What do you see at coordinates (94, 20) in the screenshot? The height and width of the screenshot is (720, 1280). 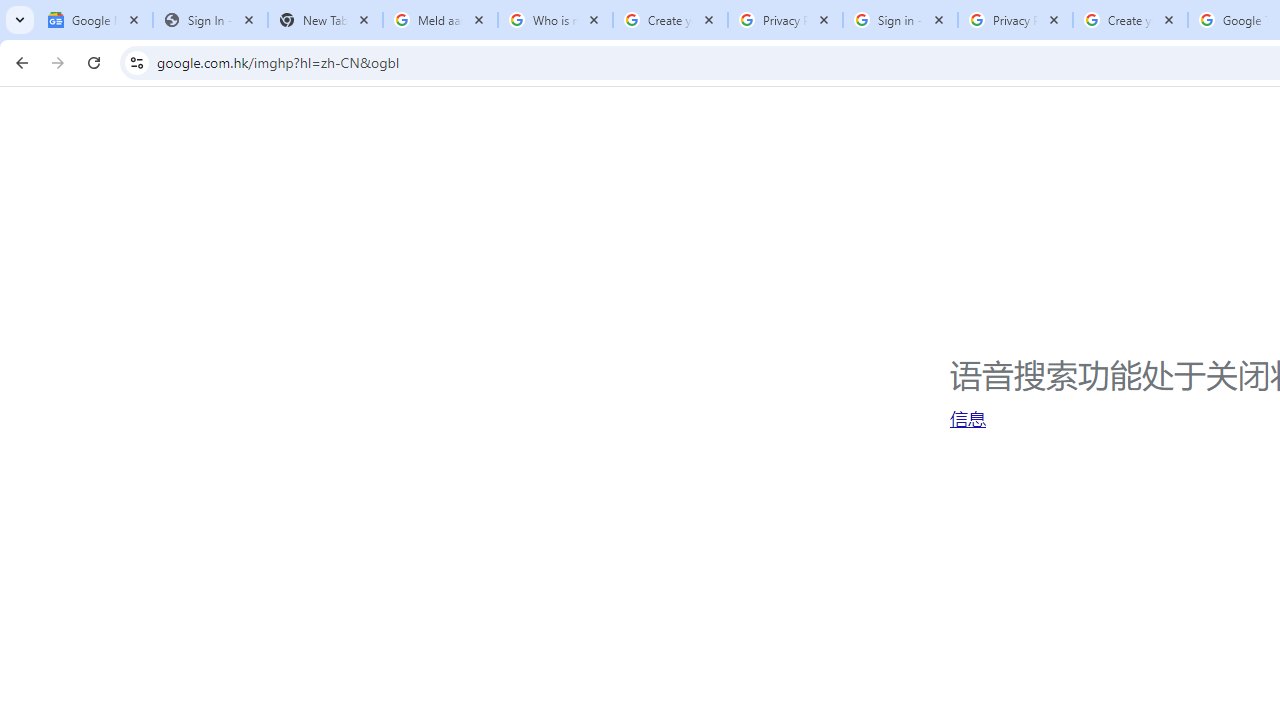 I see `'Google News'` at bounding box center [94, 20].